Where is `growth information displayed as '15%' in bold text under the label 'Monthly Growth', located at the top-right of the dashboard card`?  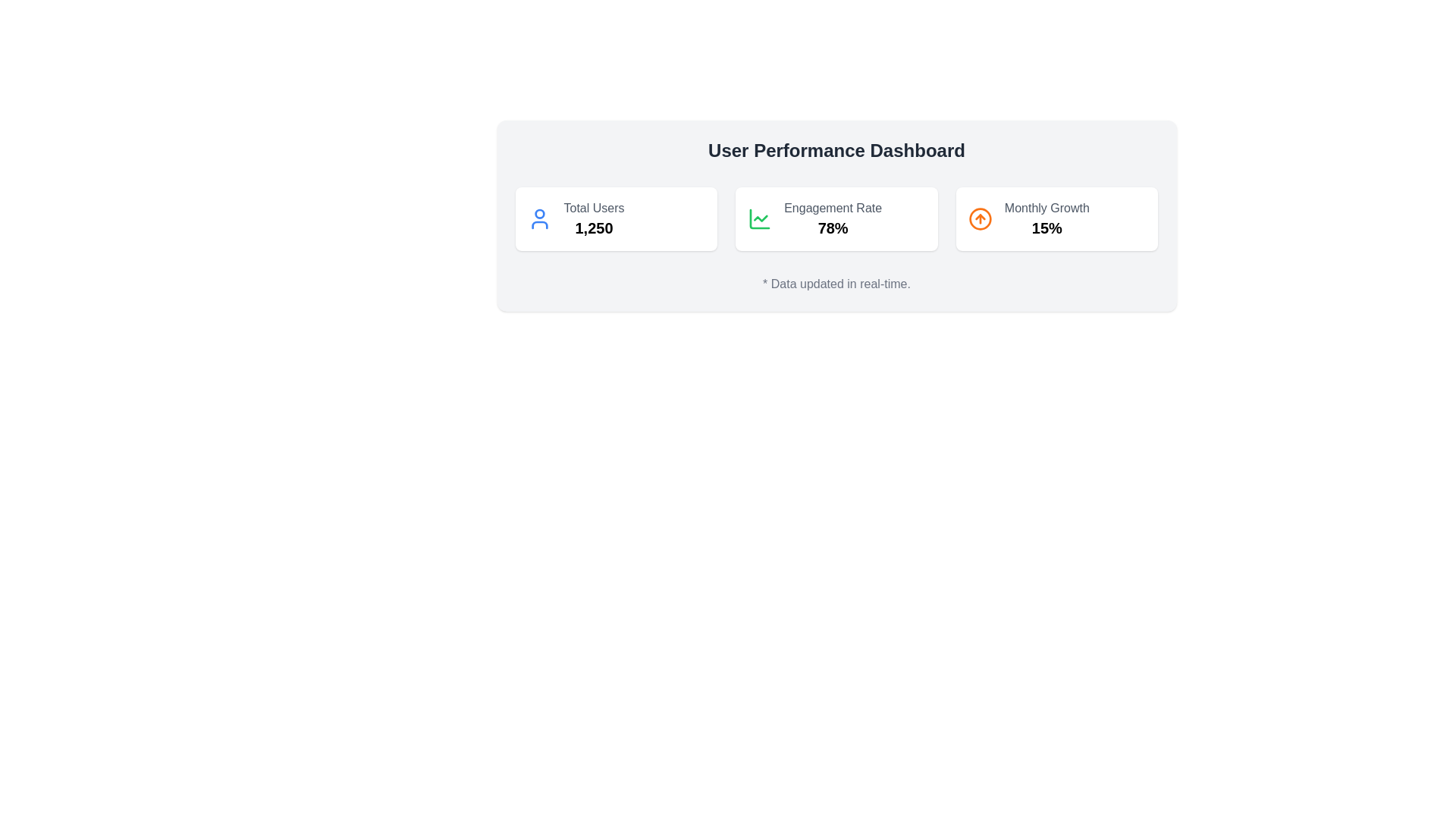
growth information displayed as '15%' in bold text under the label 'Monthly Growth', located at the top-right of the dashboard card is located at coordinates (1046, 219).